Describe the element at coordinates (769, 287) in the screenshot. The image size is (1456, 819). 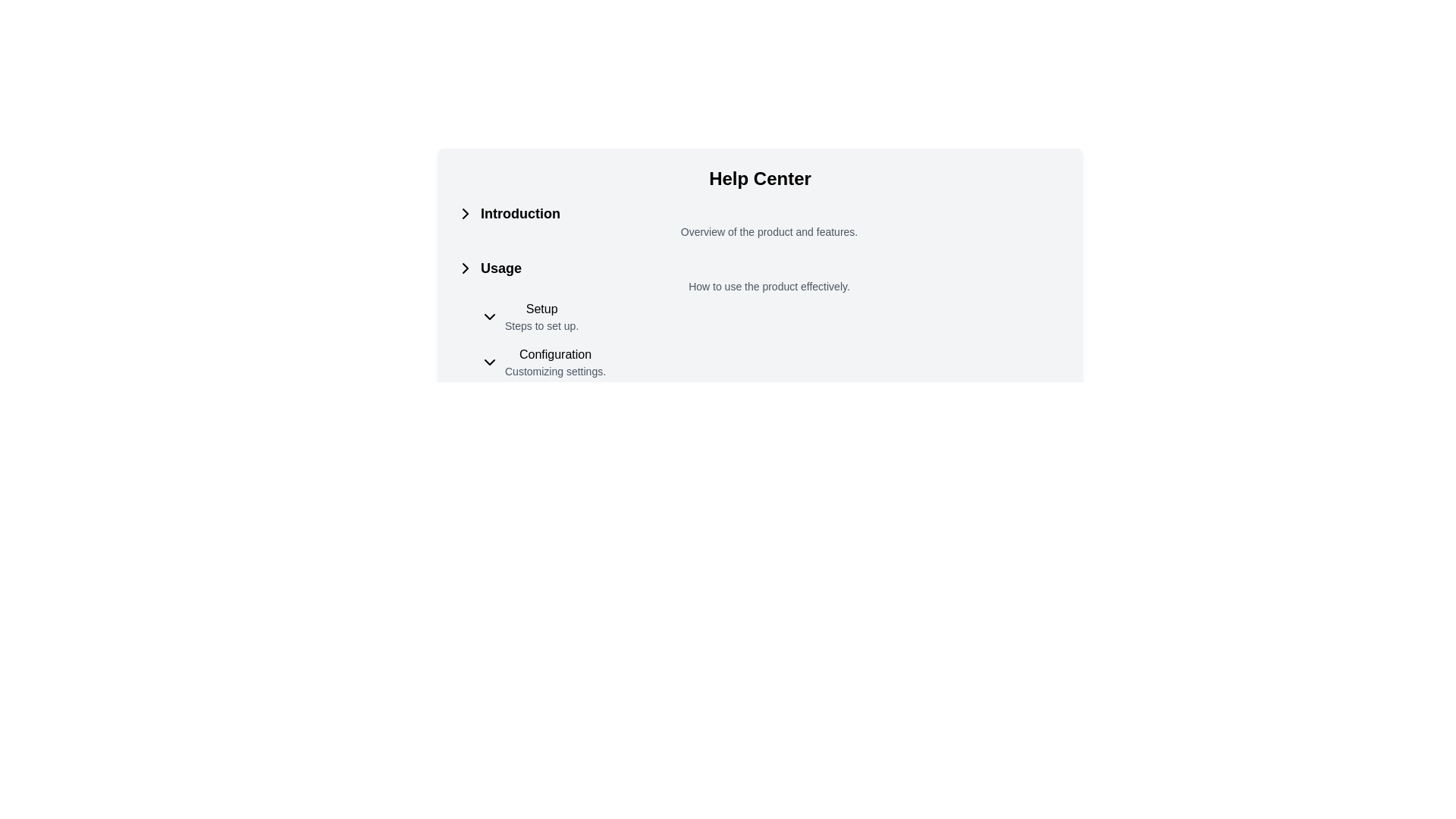
I see `the text label reading 'How to use the product effectively,' which is located directly below the 'Usage' header in the product guidance section` at that location.